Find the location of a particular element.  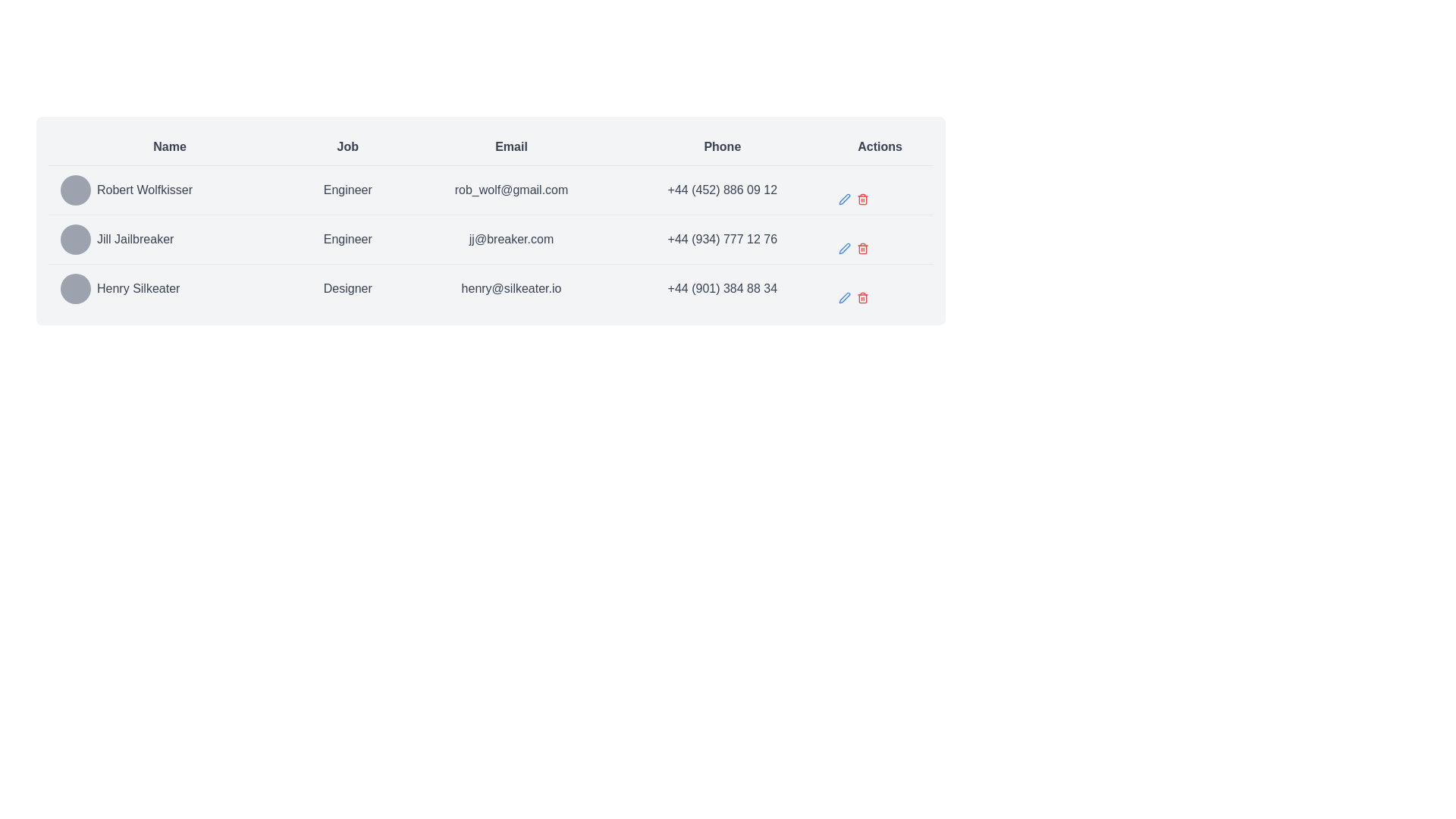

the third row displaying user information for 'Henry Silkeater', which includes a gray avatar, name, role, email, and phone number is located at coordinates (491, 288).